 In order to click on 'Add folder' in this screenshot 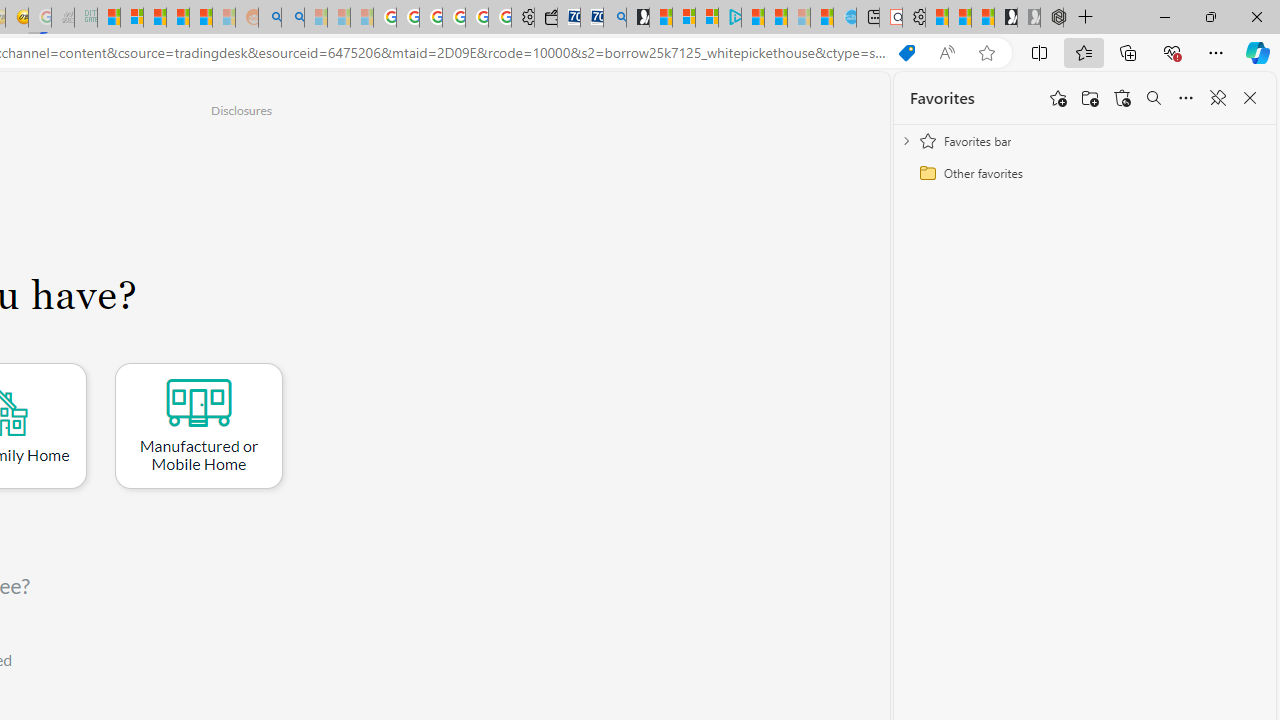, I will do `click(1088, 98)`.